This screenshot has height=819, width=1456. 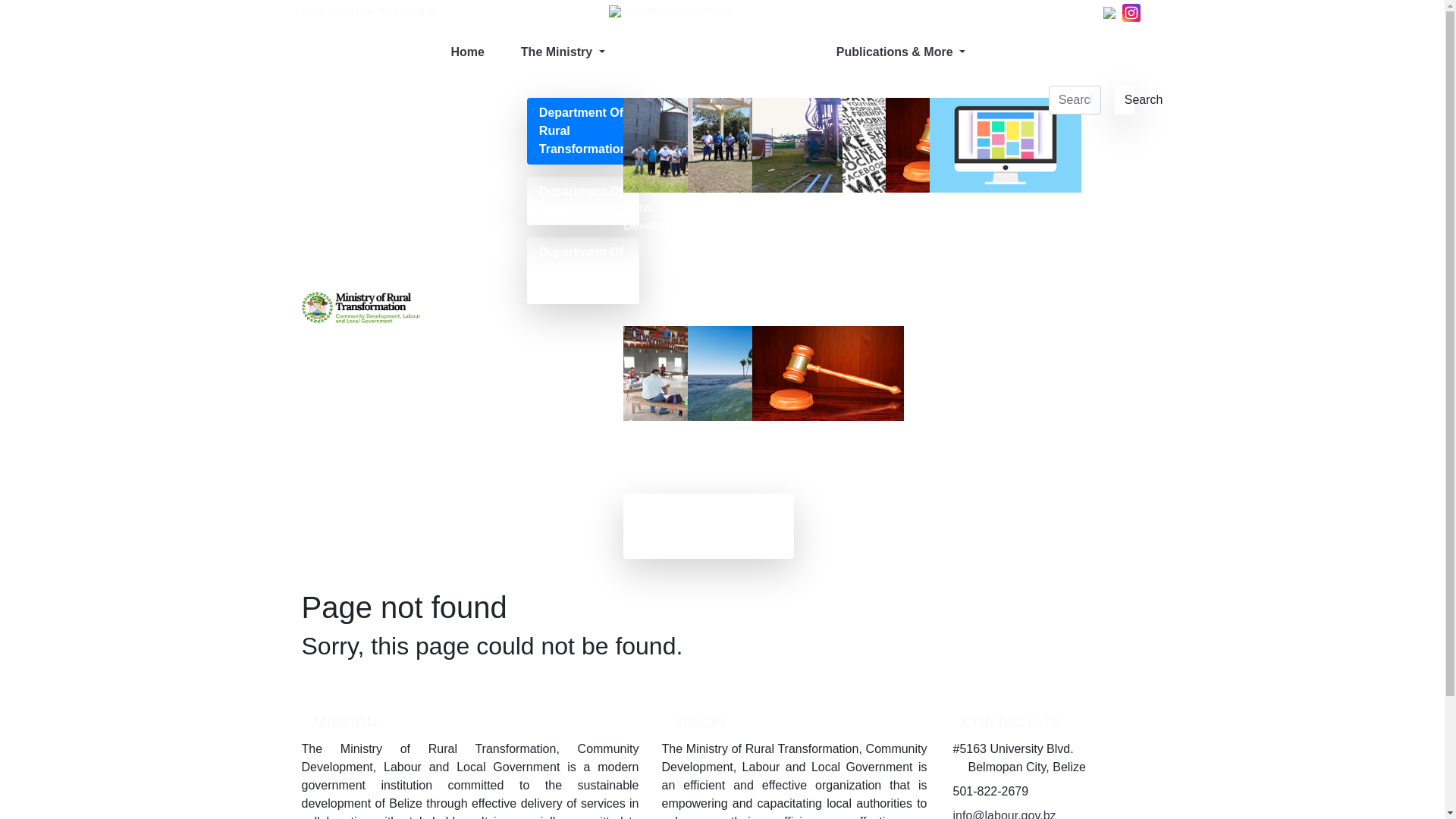 What do you see at coordinates (623, 165) in the screenshot?
I see `'Rural Development'` at bounding box center [623, 165].